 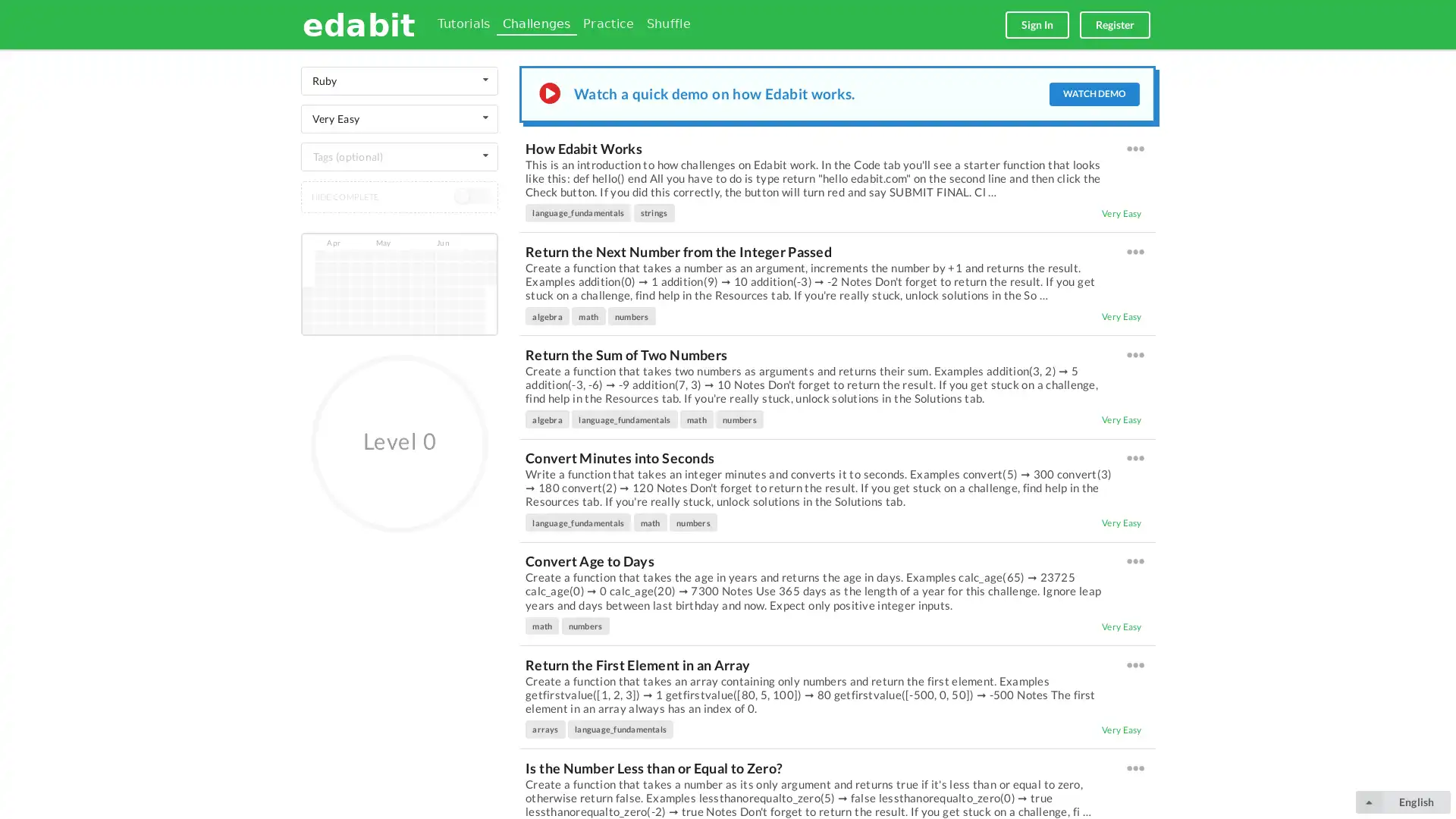 I want to click on Sign In, so click(x=1036, y=24).